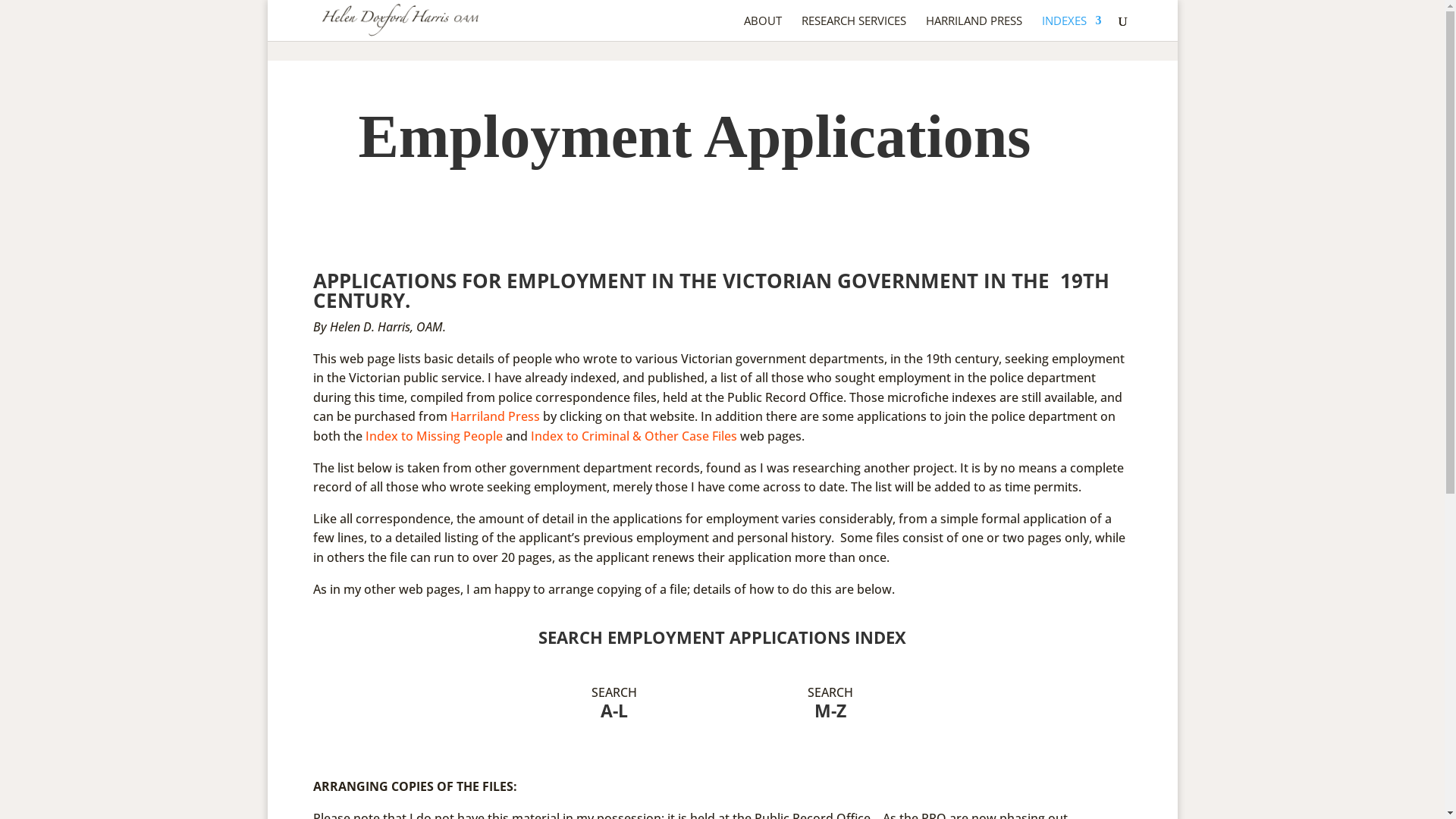  I want to click on 'RESEARCH SERVICES', so click(852, 28).